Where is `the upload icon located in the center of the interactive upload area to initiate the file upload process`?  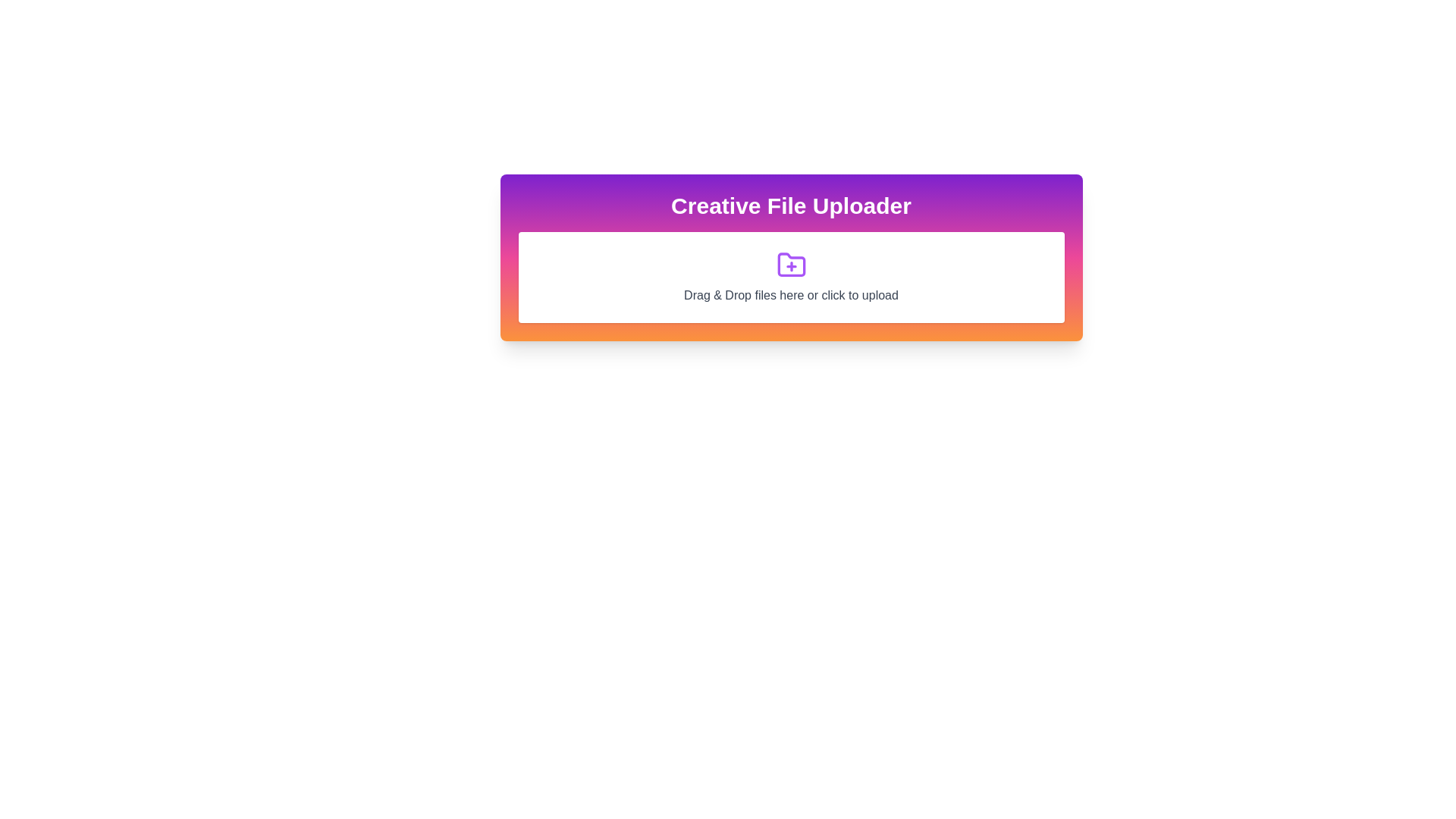
the upload icon located in the center of the interactive upload area to initiate the file upload process is located at coordinates (790, 265).